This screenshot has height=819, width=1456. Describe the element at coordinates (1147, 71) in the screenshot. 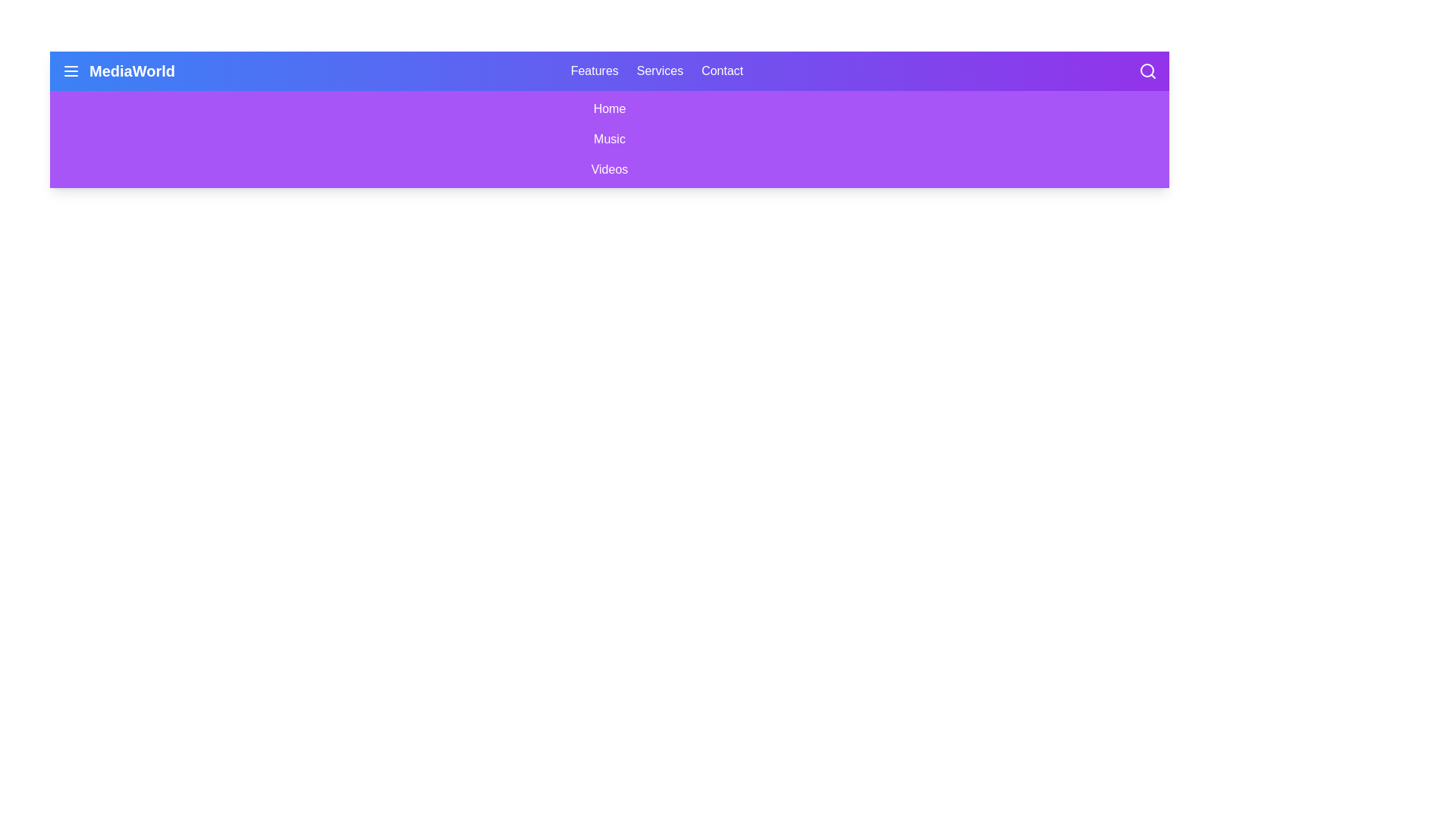

I see `the search button located in the top-right corner of the navigation bar` at that location.